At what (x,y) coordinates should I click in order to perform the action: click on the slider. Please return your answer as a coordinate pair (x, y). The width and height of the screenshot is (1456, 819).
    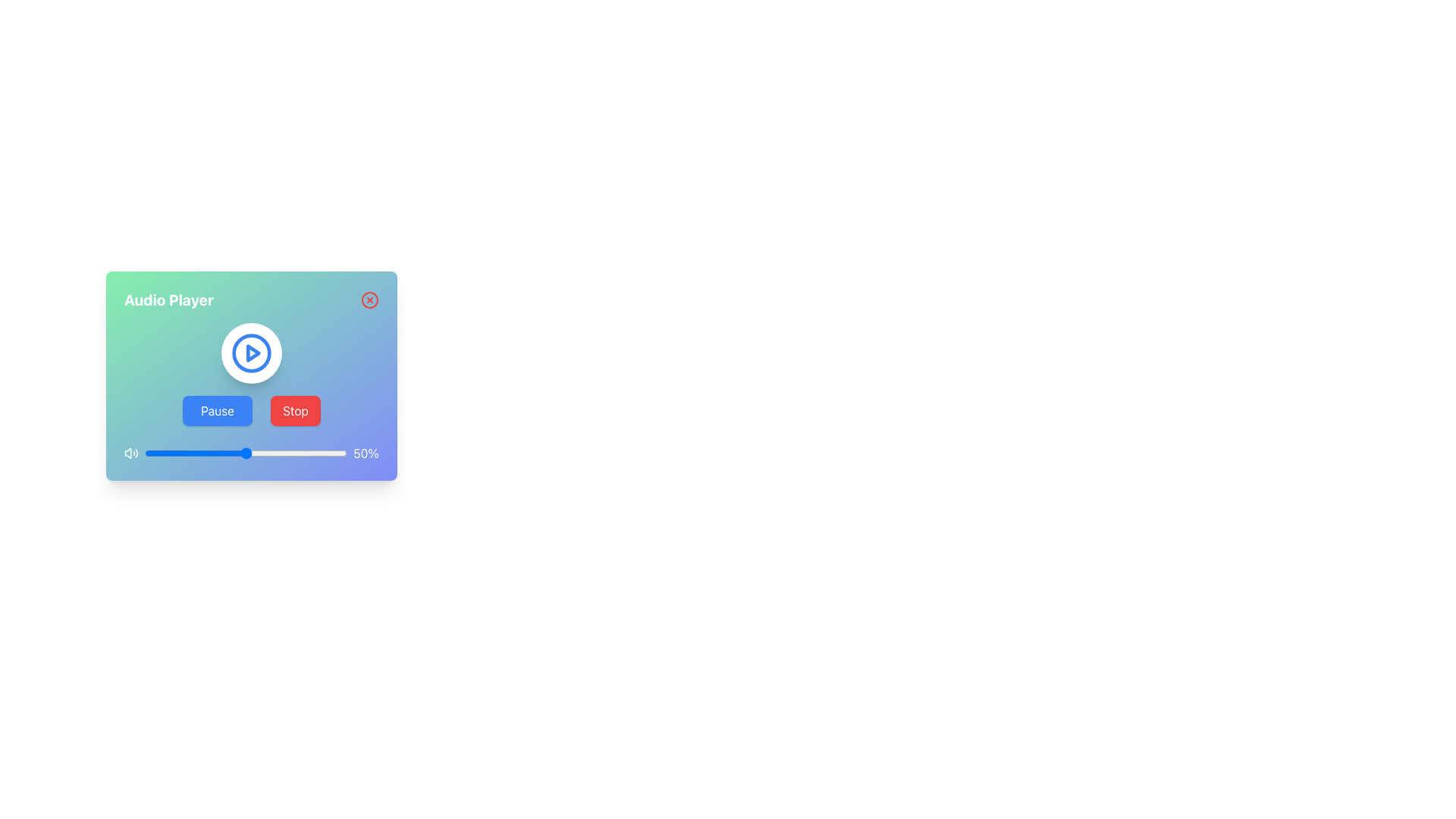
    Looking at the image, I should click on (243, 452).